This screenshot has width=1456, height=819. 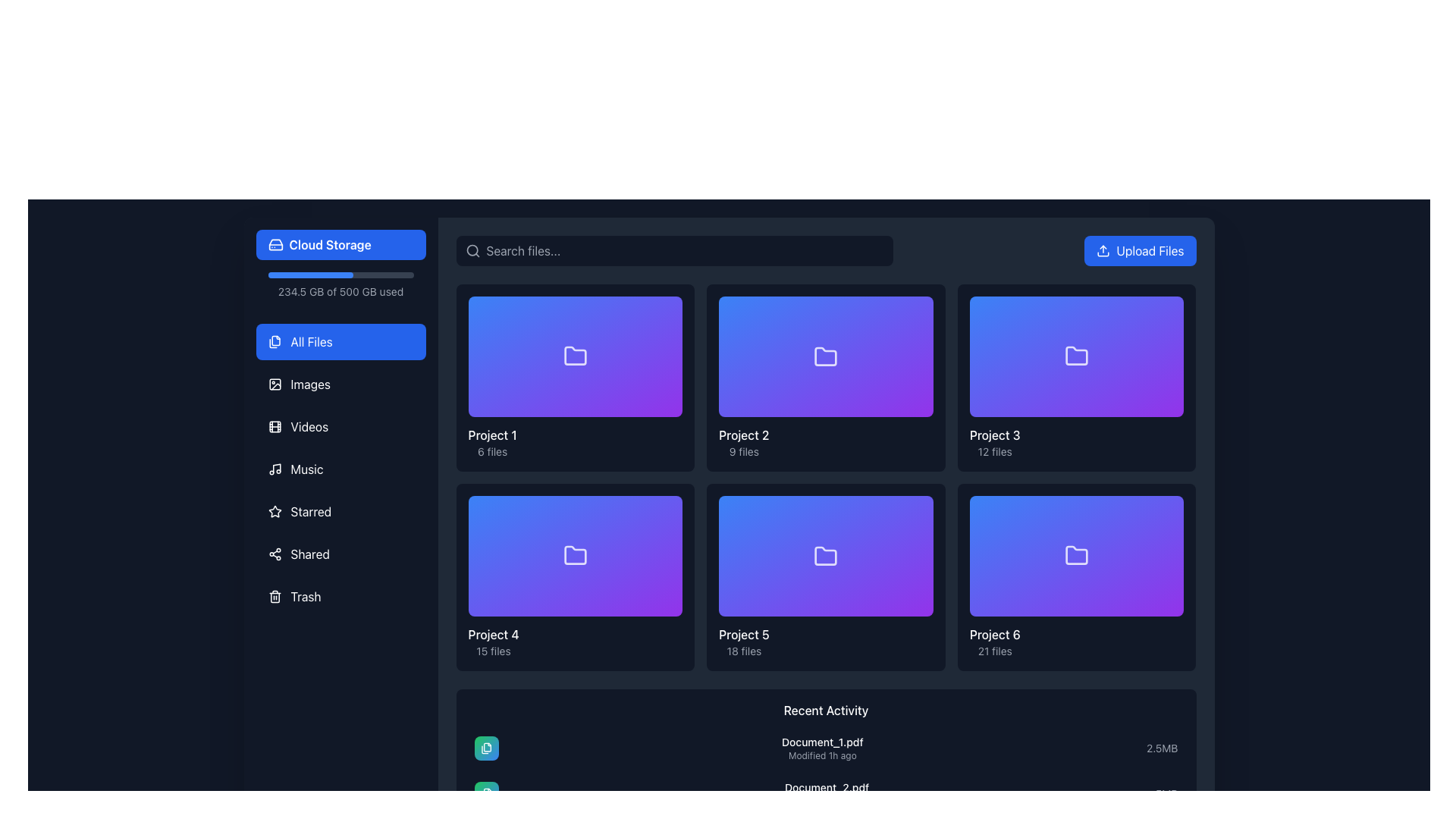 What do you see at coordinates (995, 642) in the screenshot?
I see `the folder label 'Project 6' which indicates it contains 21 files, located in the second row and third column of the folder grid` at bounding box center [995, 642].